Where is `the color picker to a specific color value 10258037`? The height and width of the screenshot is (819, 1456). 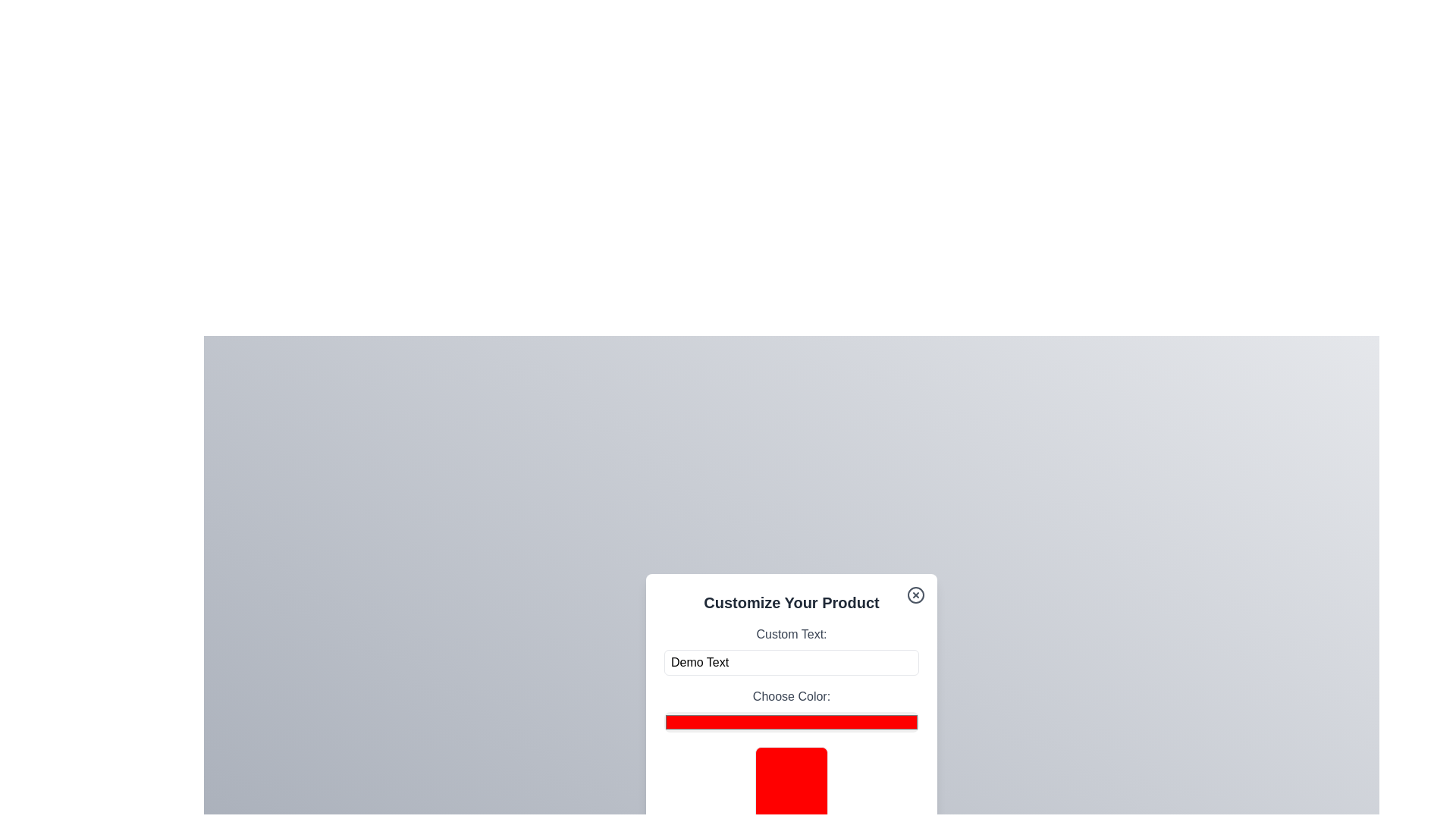
the color picker to a specific color value 10258037 is located at coordinates (790, 721).